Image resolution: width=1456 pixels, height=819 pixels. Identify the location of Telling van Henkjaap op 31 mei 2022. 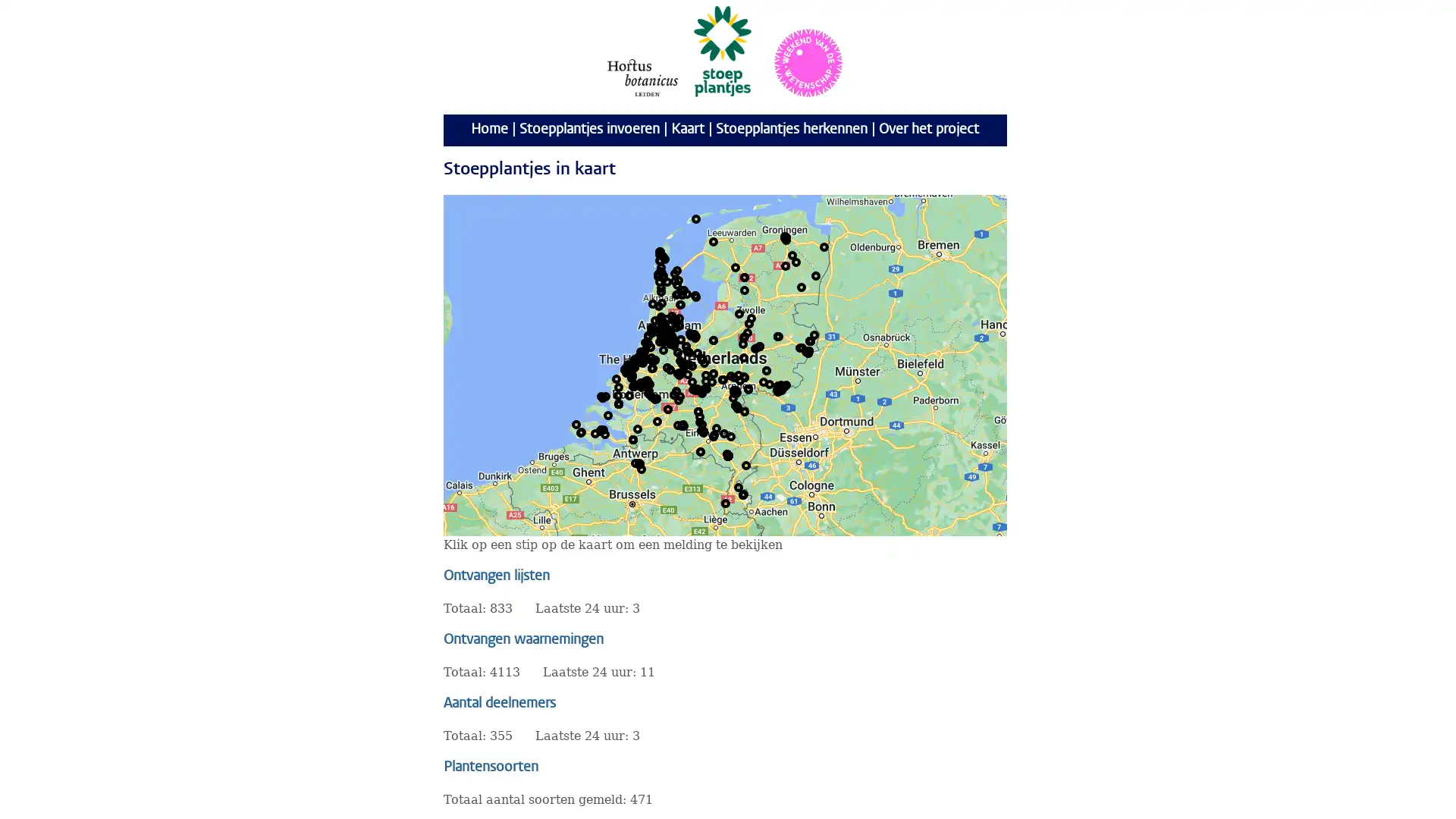
(619, 403).